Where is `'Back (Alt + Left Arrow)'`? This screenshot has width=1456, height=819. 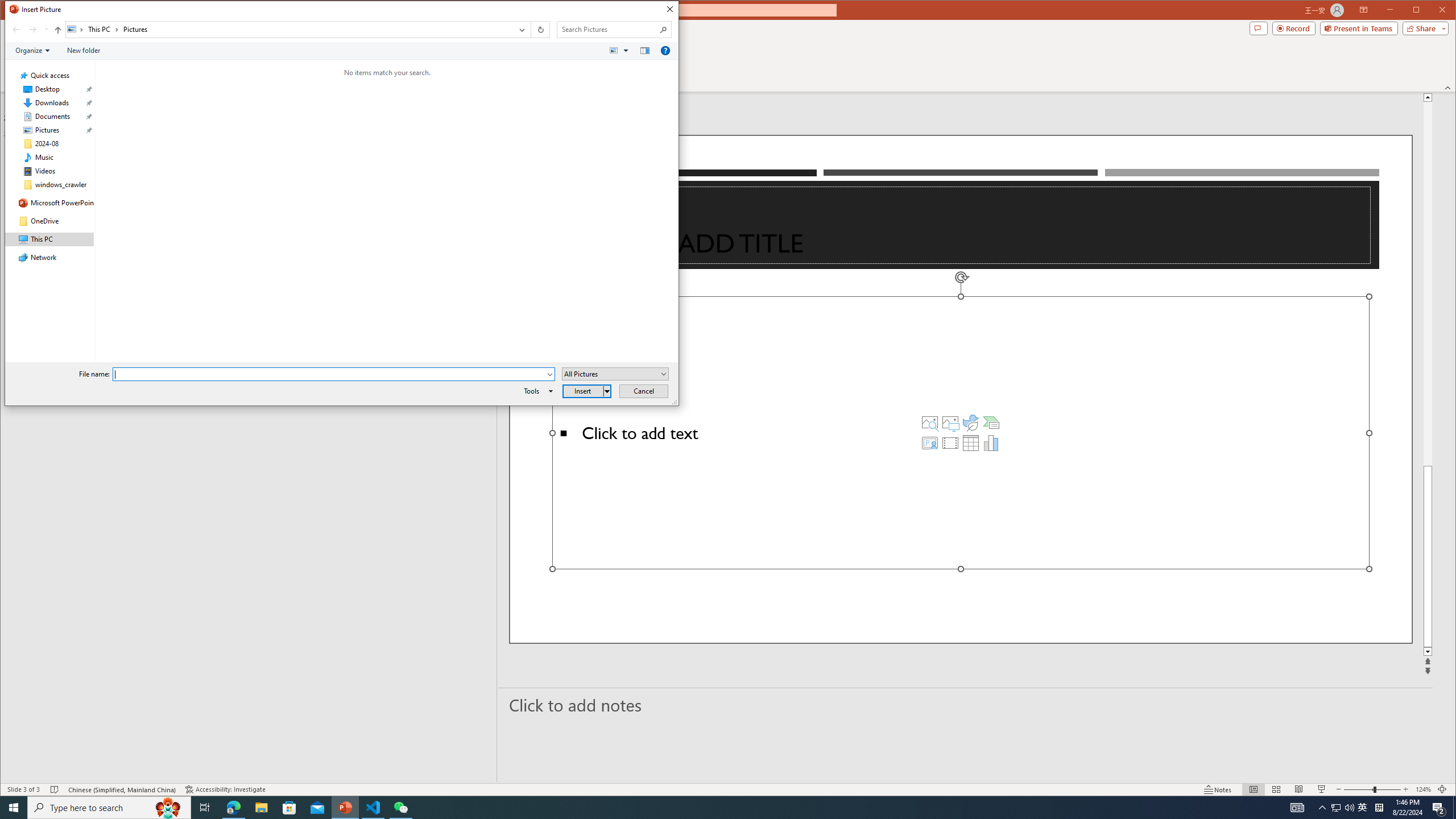 'Back (Alt + Left Arrow)' is located at coordinates (16, 29).